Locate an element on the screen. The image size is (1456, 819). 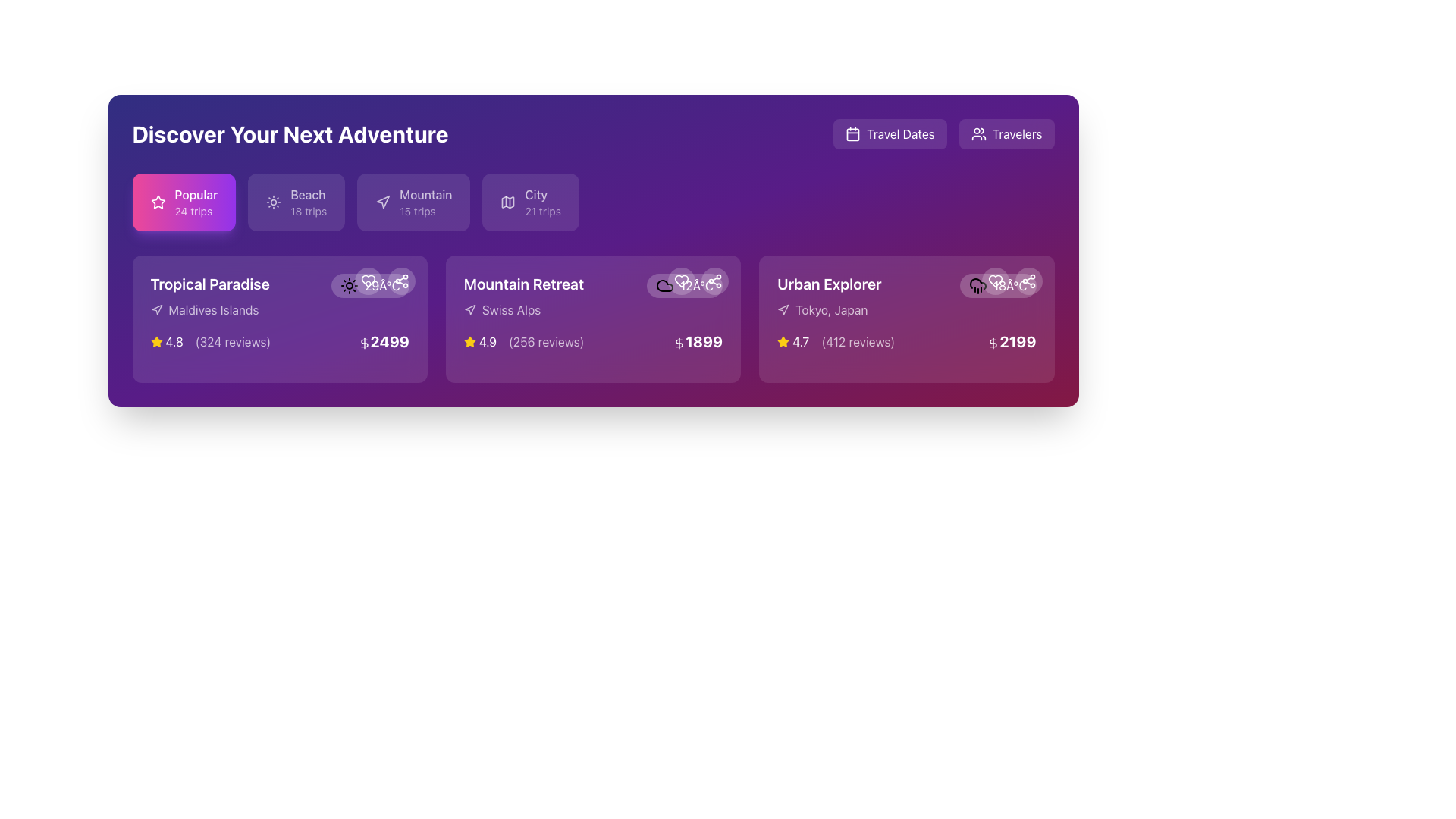
the star icon representing the rating of '4.8' beneath the 'Tropical Paradise' card, which is the first icon in the alignment of rating elements is located at coordinates (156, 342).